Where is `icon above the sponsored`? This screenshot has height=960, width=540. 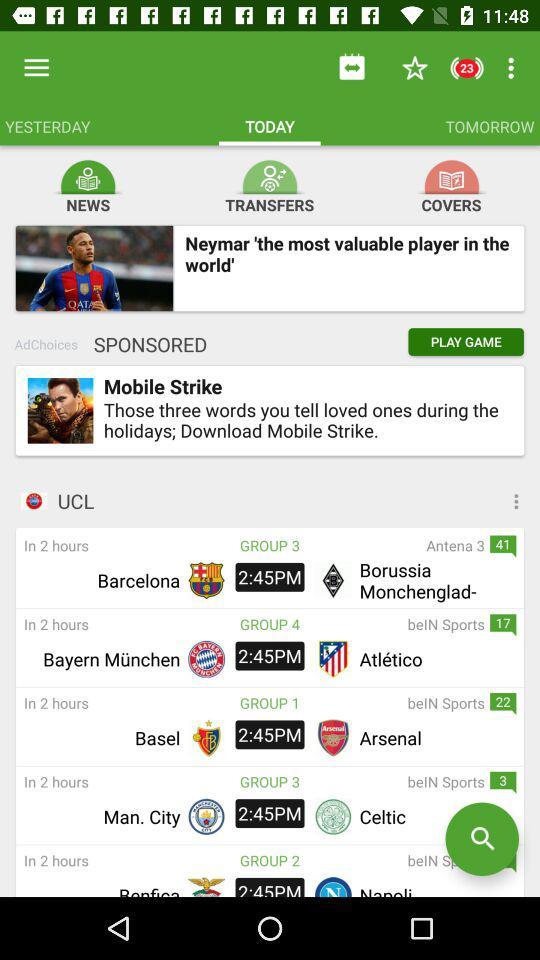
icon above the sponsored is located at coordinates (93, 267).